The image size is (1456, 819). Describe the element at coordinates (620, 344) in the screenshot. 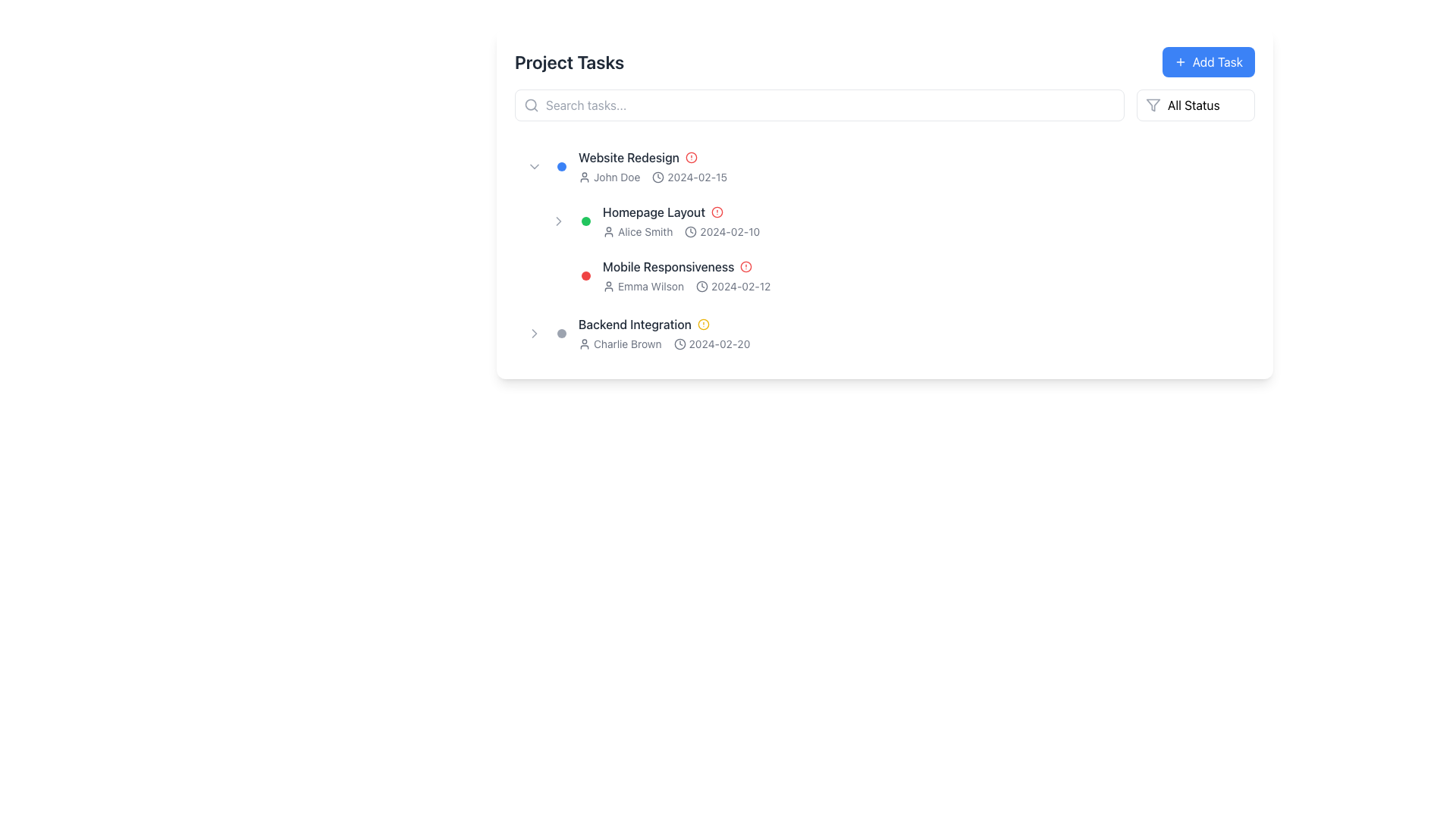

I see `the Label with an icon that displays the user associated with the task under the 'Backend Integration' task` at that location.